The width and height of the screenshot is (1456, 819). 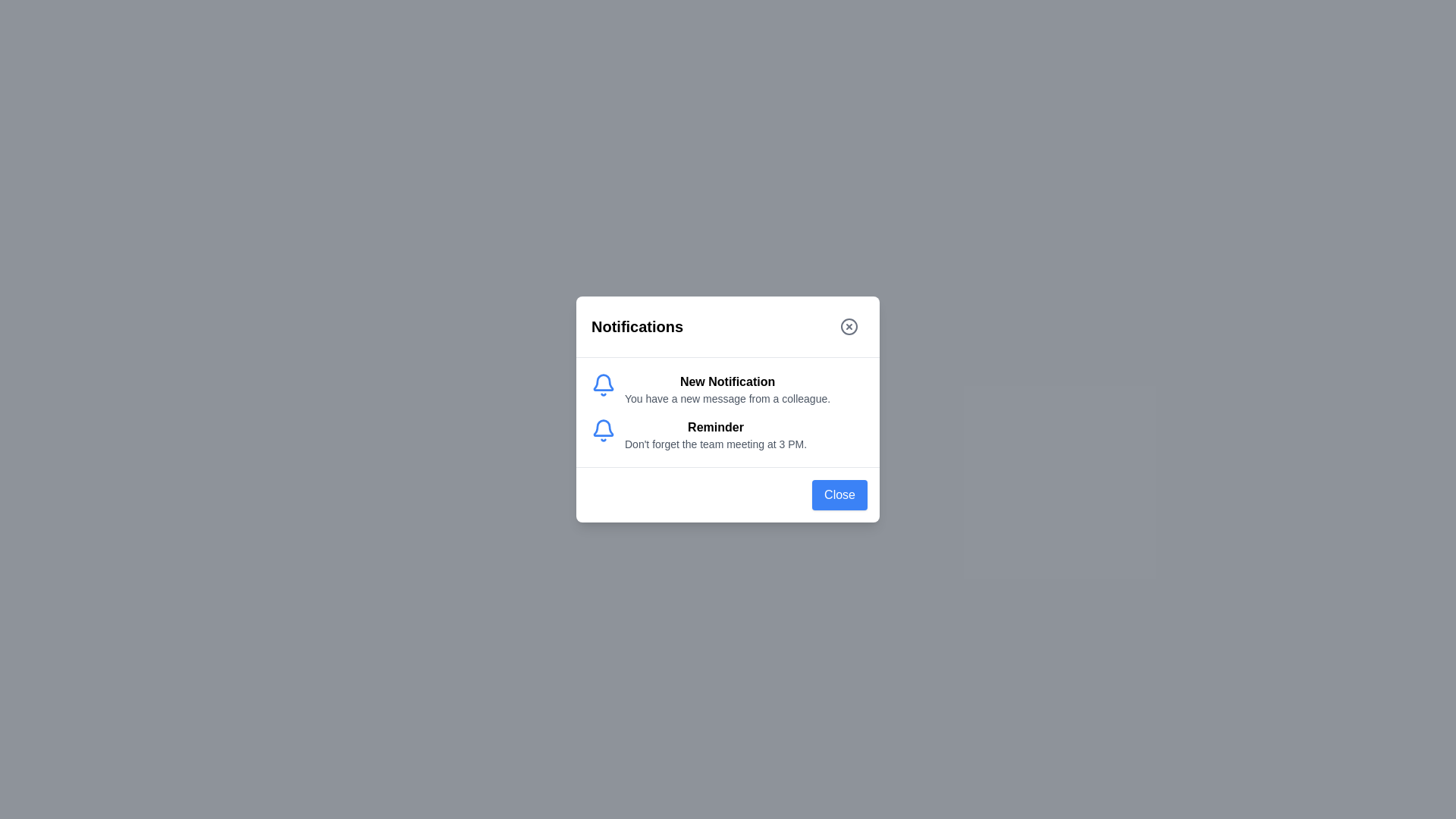 What do you see at coordinates (715, 444) in the screenshot?
I see `the non-interactive text label providing context for the 'Reminder' notification, which is located in the notification cluster near the center of the UI` at bounding box center [715, 444].